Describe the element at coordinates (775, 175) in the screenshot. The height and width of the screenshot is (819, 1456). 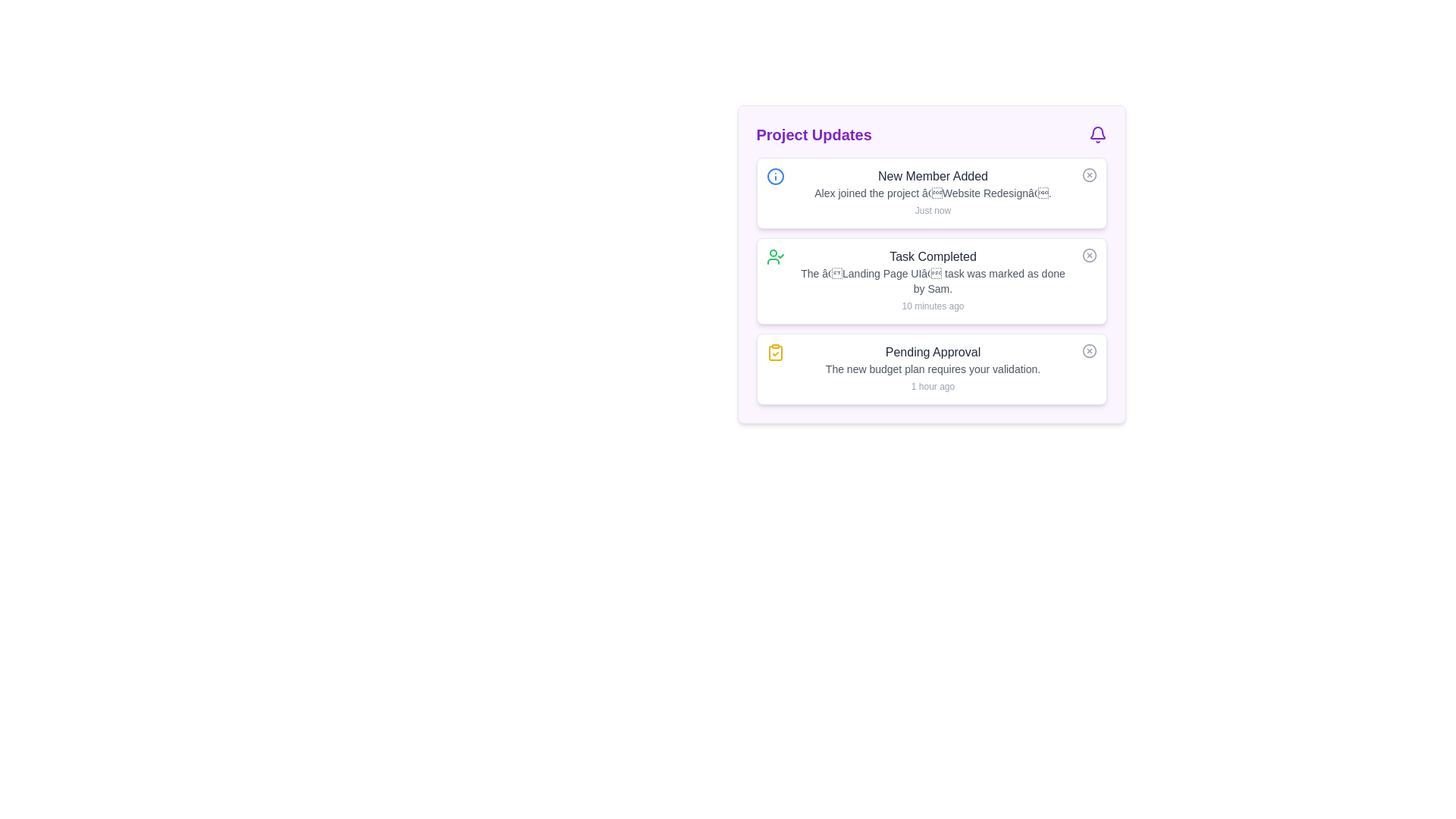
I see `the blue-themed SVG circle element that symbolizes informational content, located within the 'New Member Added' notification card` at that location.